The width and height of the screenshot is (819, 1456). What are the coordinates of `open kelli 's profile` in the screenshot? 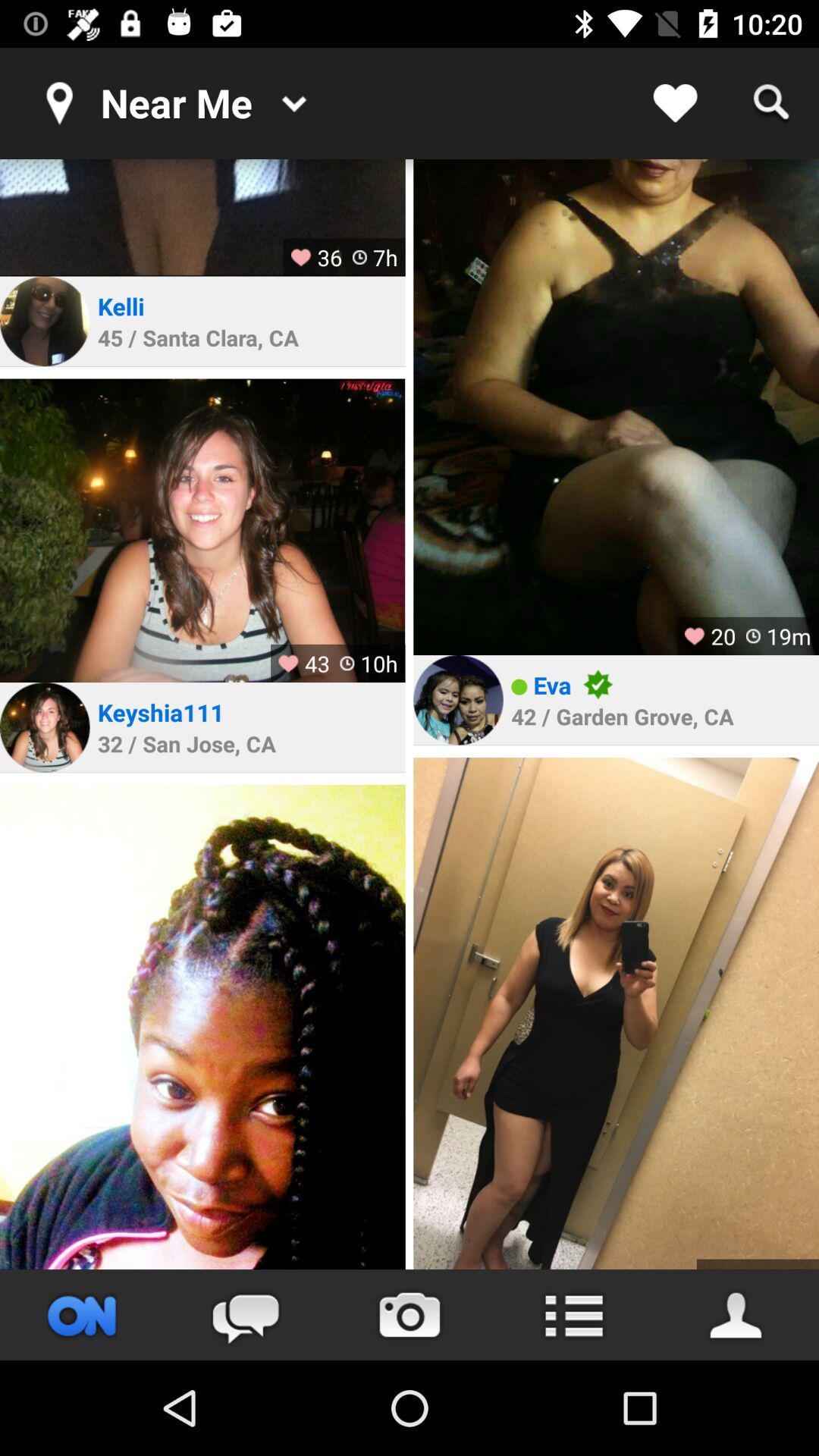 It's located at (44, 320).